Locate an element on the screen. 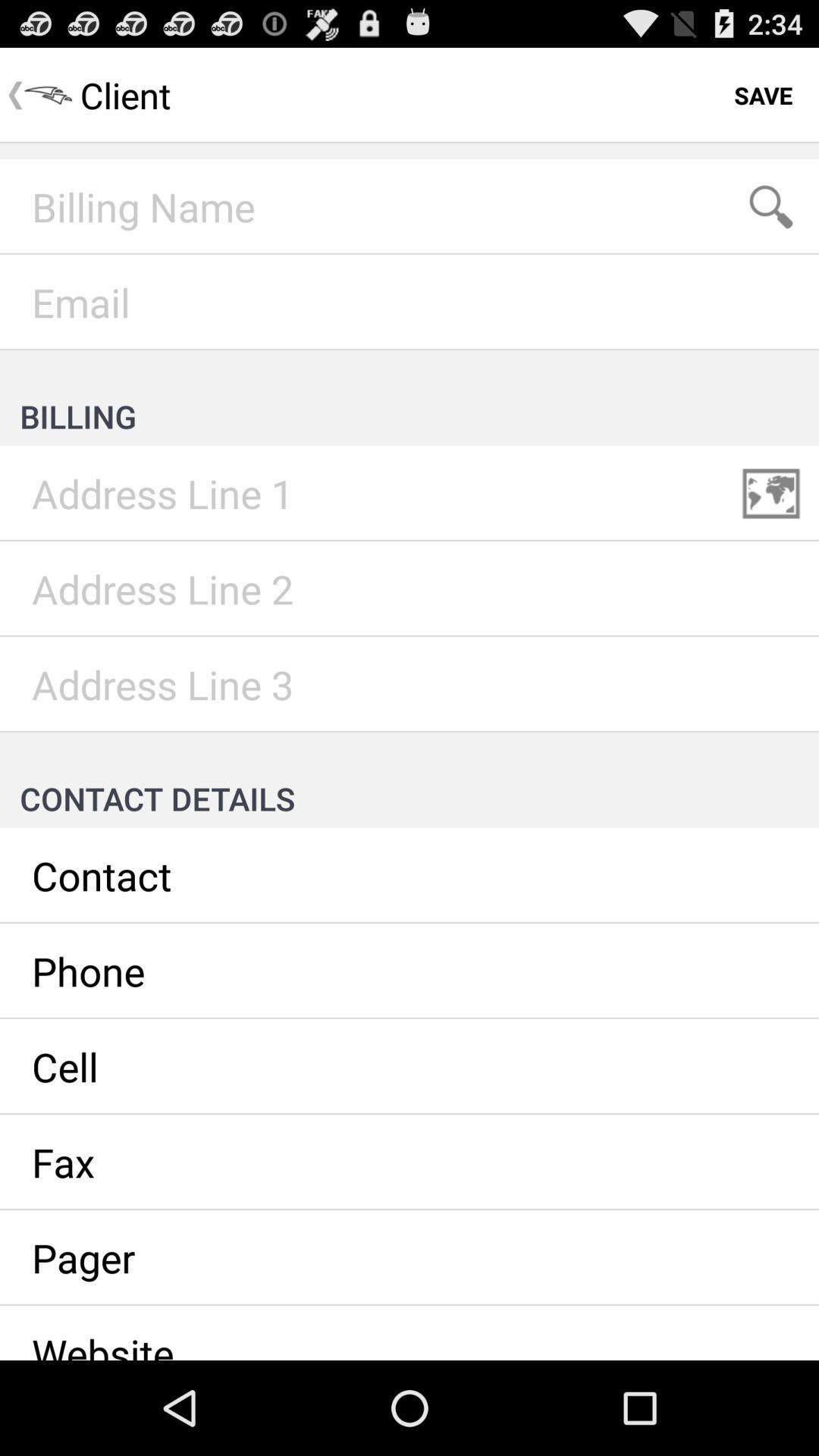 This screenshot has width=819, height=1456. email is located at coordinates (409, 302).